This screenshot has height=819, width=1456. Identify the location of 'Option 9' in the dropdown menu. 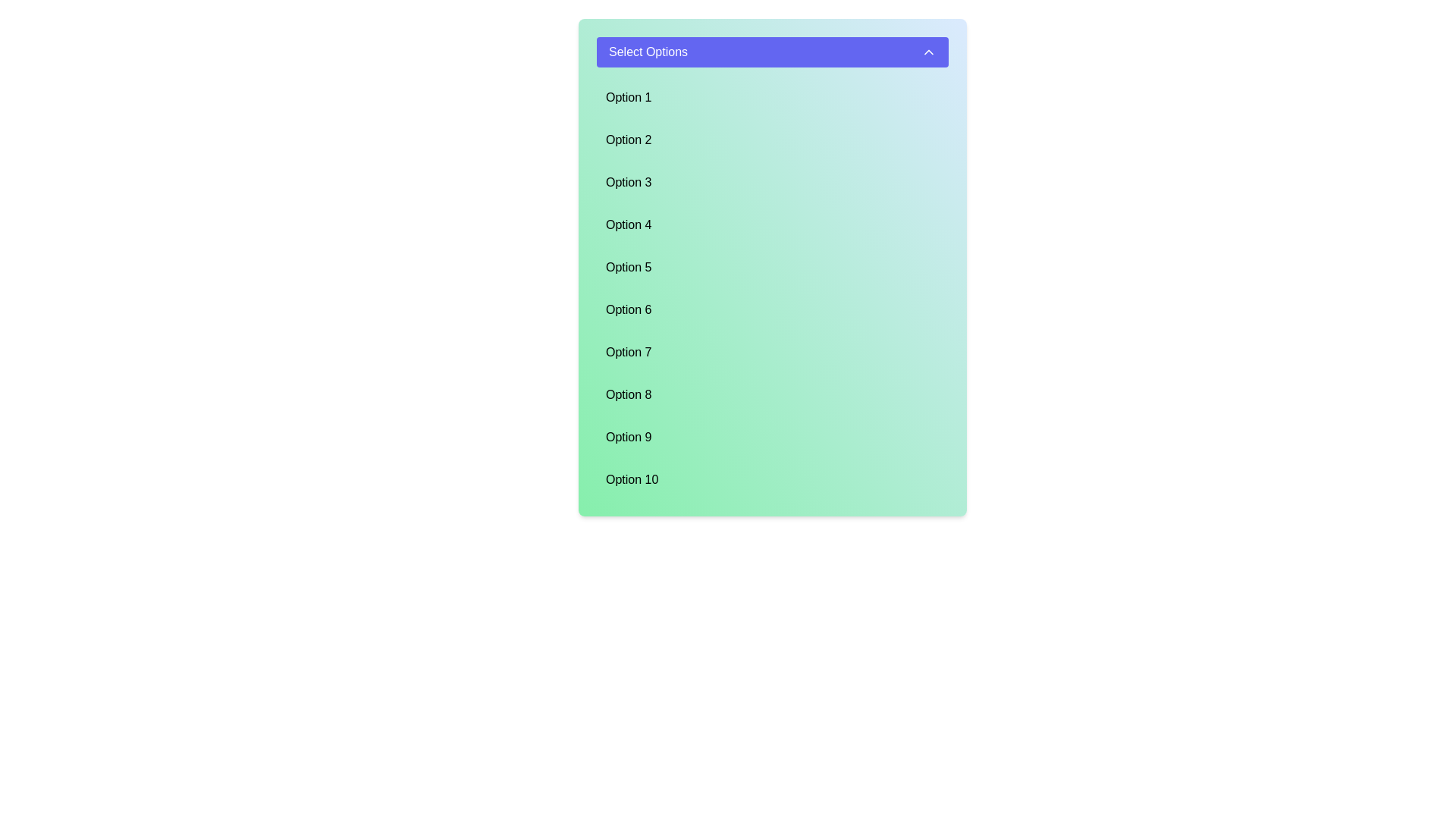
(772, 438).